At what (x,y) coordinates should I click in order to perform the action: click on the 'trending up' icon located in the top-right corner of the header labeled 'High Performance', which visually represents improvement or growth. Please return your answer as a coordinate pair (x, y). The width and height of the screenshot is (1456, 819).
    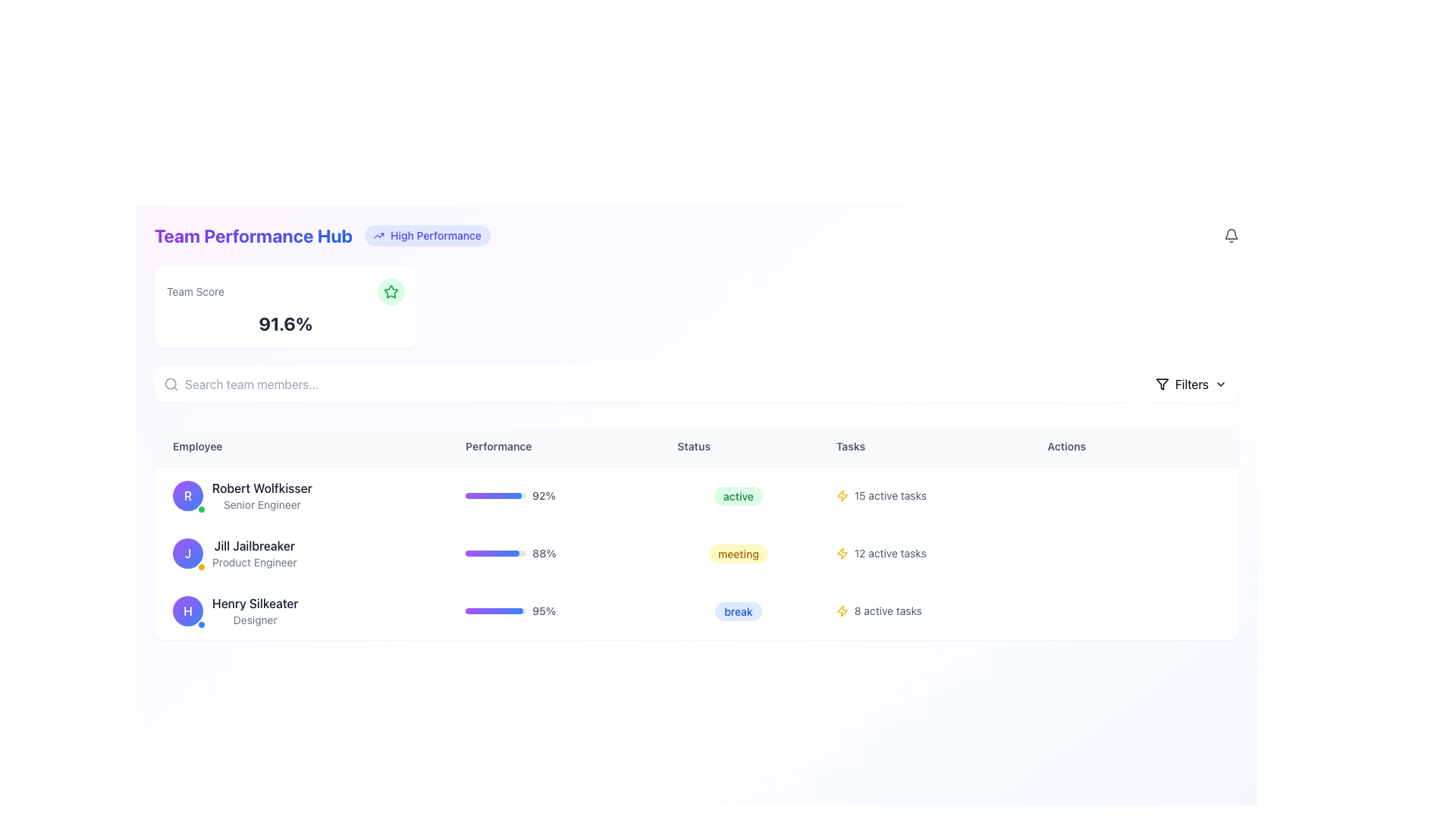
    Looking at the image, I should click on (379, 236).